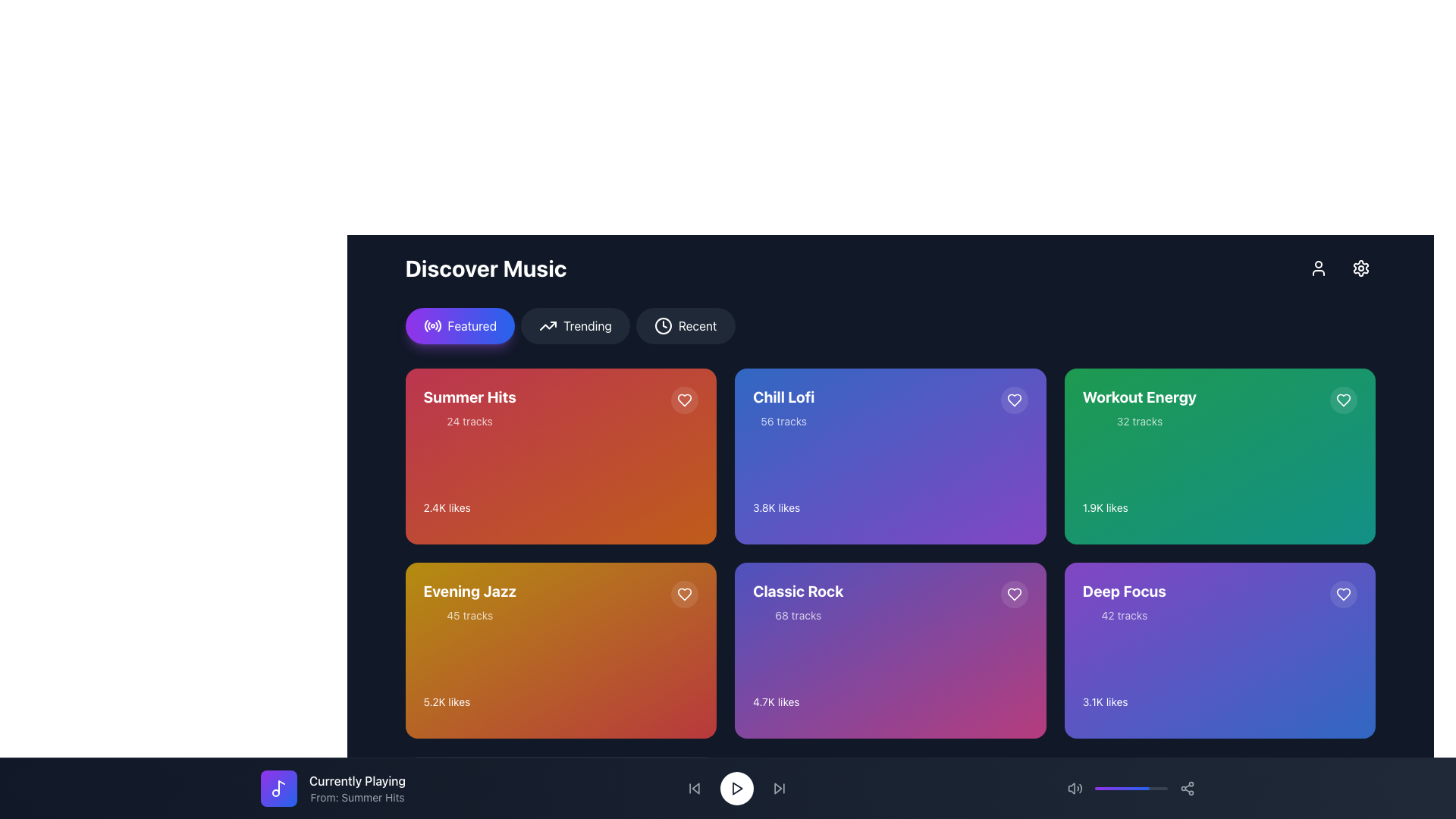 This screenshot has width=1456, height=819. What do you see at coordinates (446, 508) in the screenshot?
I see `the text label displaying '2.4K likes' styled in a sans-serif font against a red rectangle background, located within the 'Summer Hits' card` at bounding box center [446, 508].